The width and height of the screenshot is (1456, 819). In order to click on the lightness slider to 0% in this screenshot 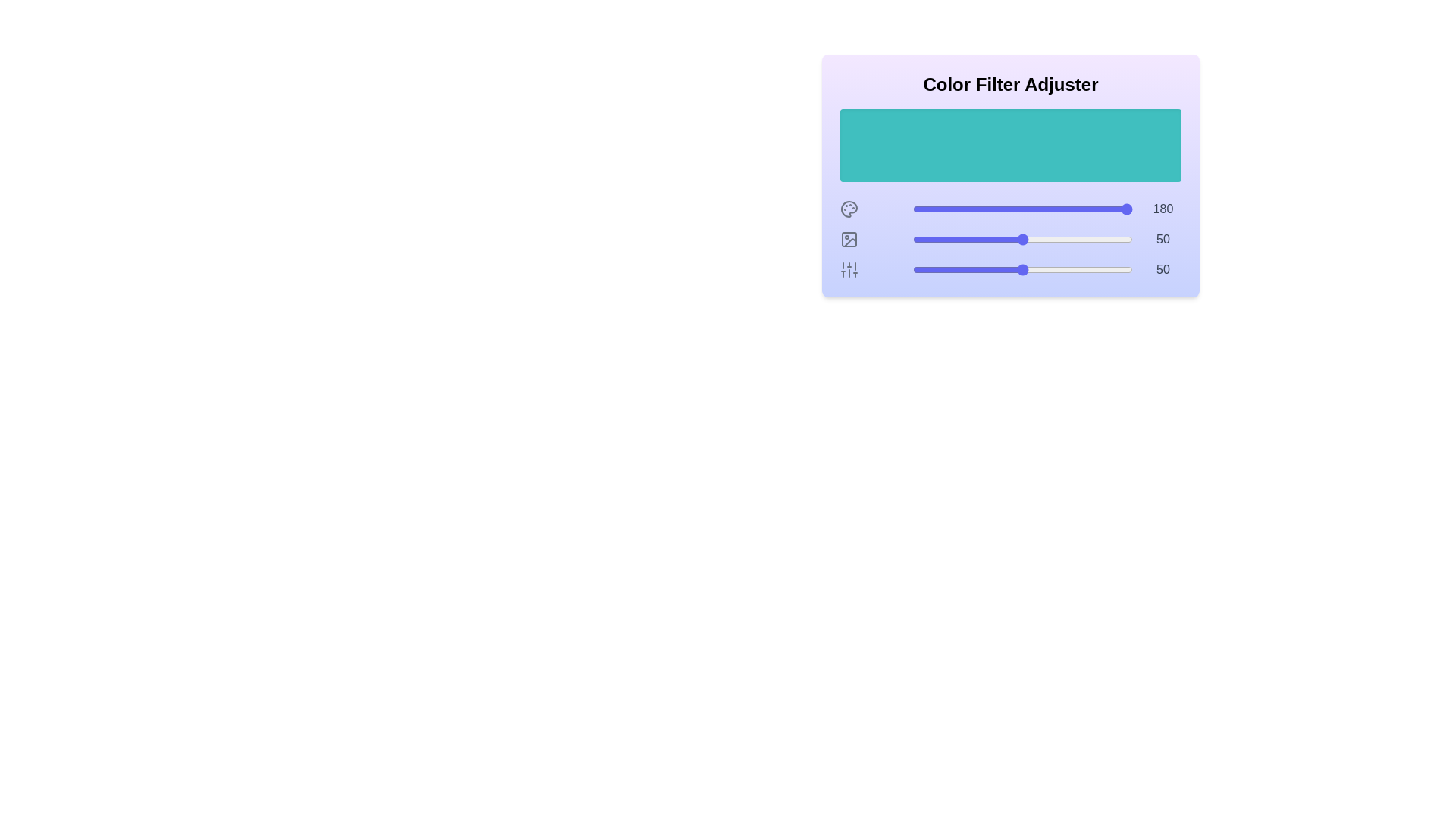, I will do `click(912, 239)`.